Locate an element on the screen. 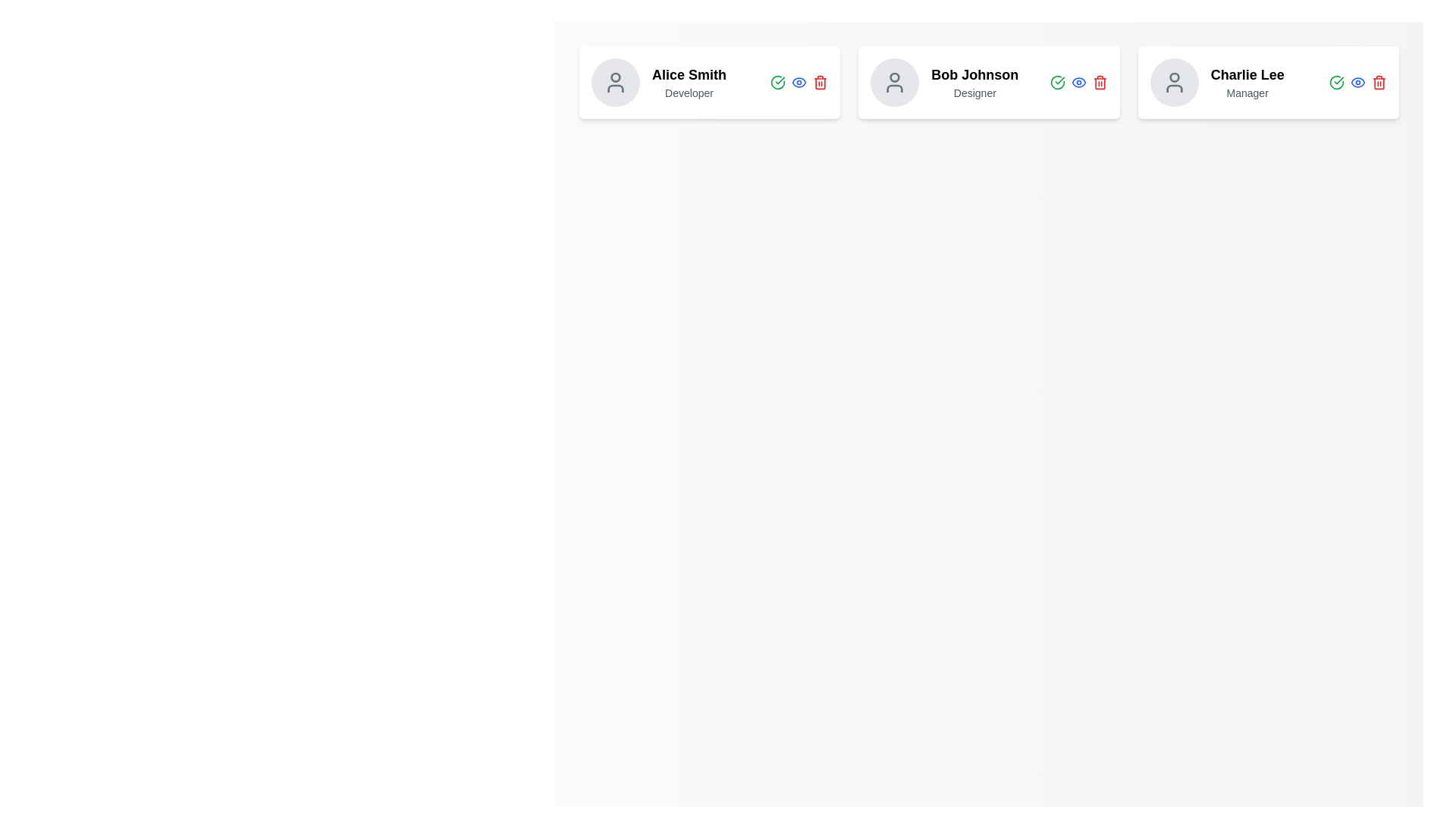  the text label displaying 'Developer', which is styled in gray and light font, located directly beneath 'Alice Smith' in the first card of a row of three cards is located at coordinates (688, 93).